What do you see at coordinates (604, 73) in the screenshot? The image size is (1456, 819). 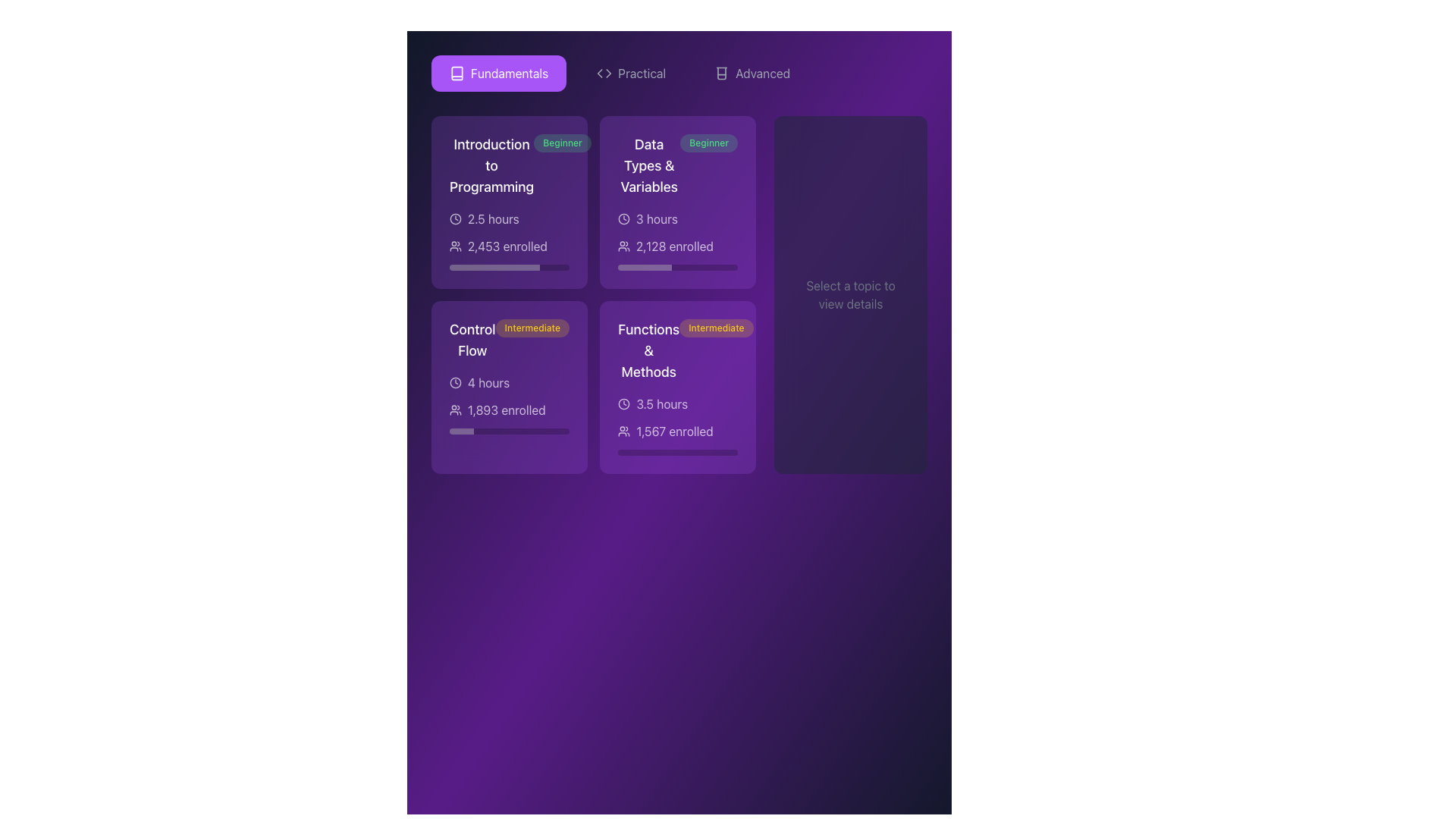 I see `the coding icon located to the left of the 'Practical' text in the top button` at bounding box center [604, 73].